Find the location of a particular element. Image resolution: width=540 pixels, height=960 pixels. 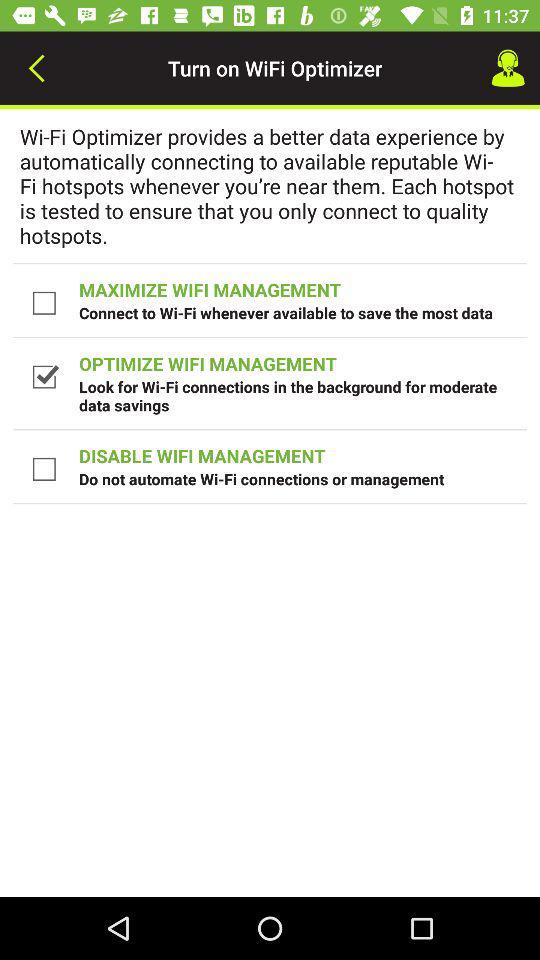

the icon next to maximize wifi management item is located at coordinates (46, 302).